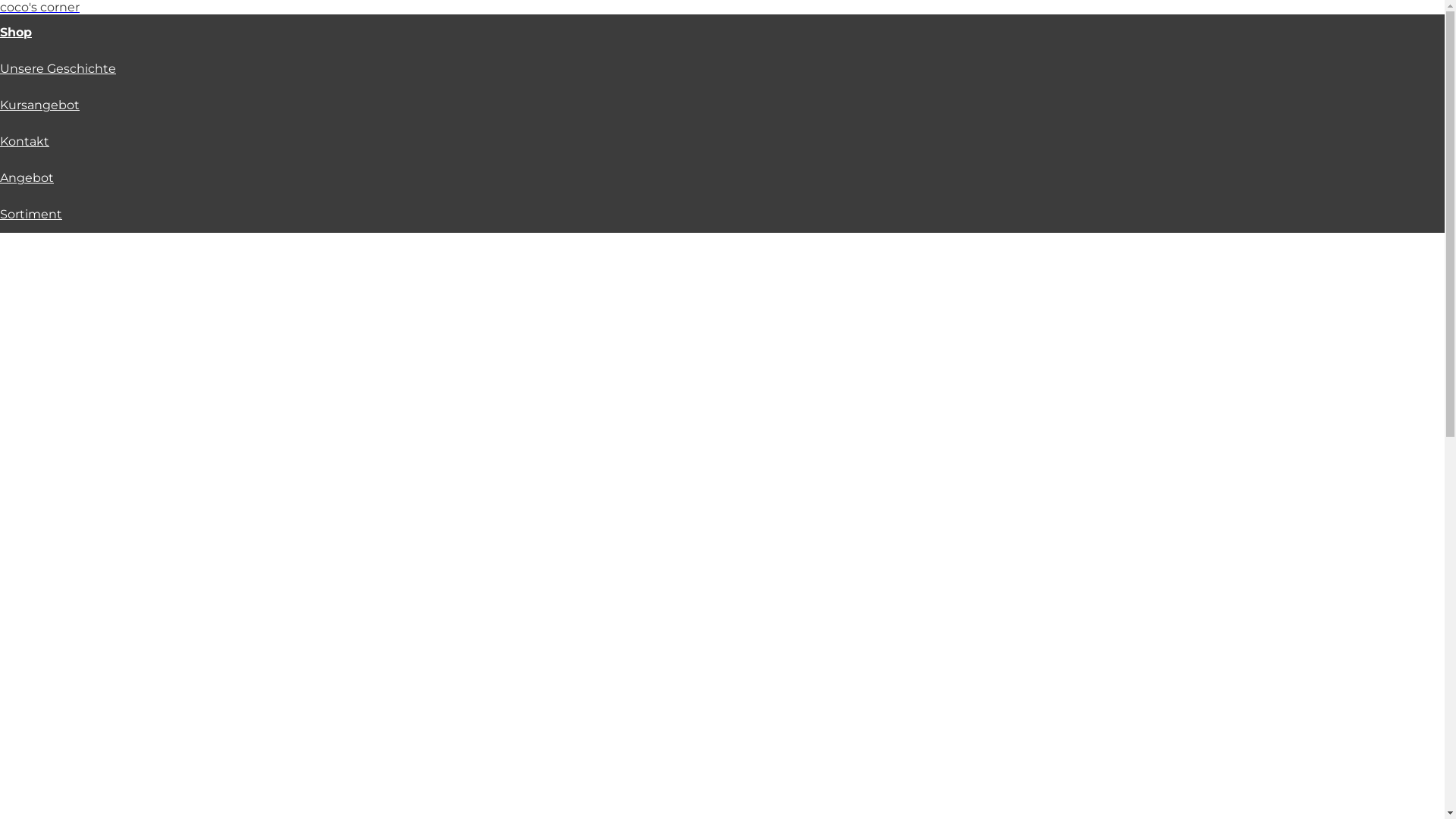  I want to click on 'Sortiment', so click(31, 214).